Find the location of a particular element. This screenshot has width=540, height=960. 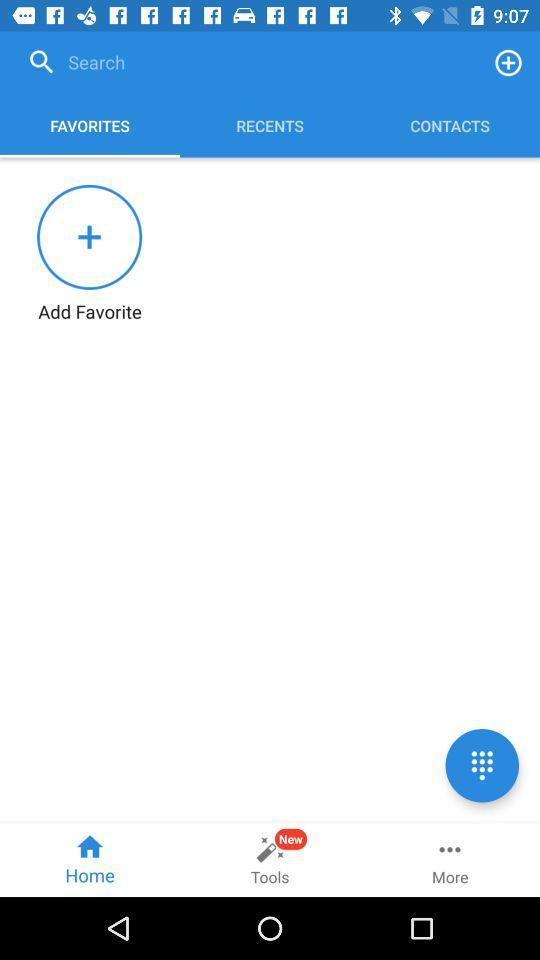

contact is located at coordinates (508, 62).